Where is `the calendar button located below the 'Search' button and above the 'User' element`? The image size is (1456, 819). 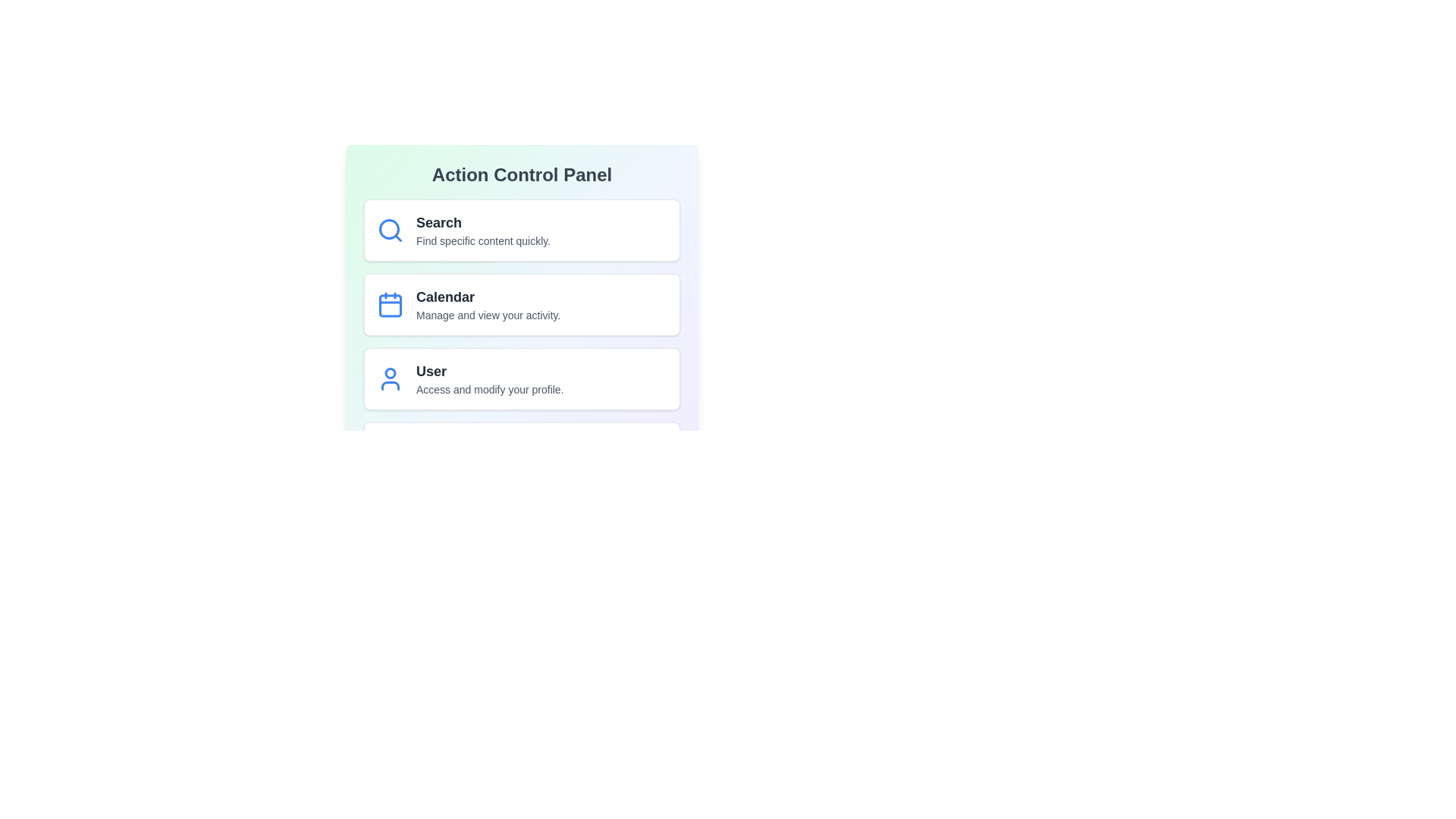 the calendar button located below the 'Search' button and above the 'User' element is located at coordinates (522, 304).